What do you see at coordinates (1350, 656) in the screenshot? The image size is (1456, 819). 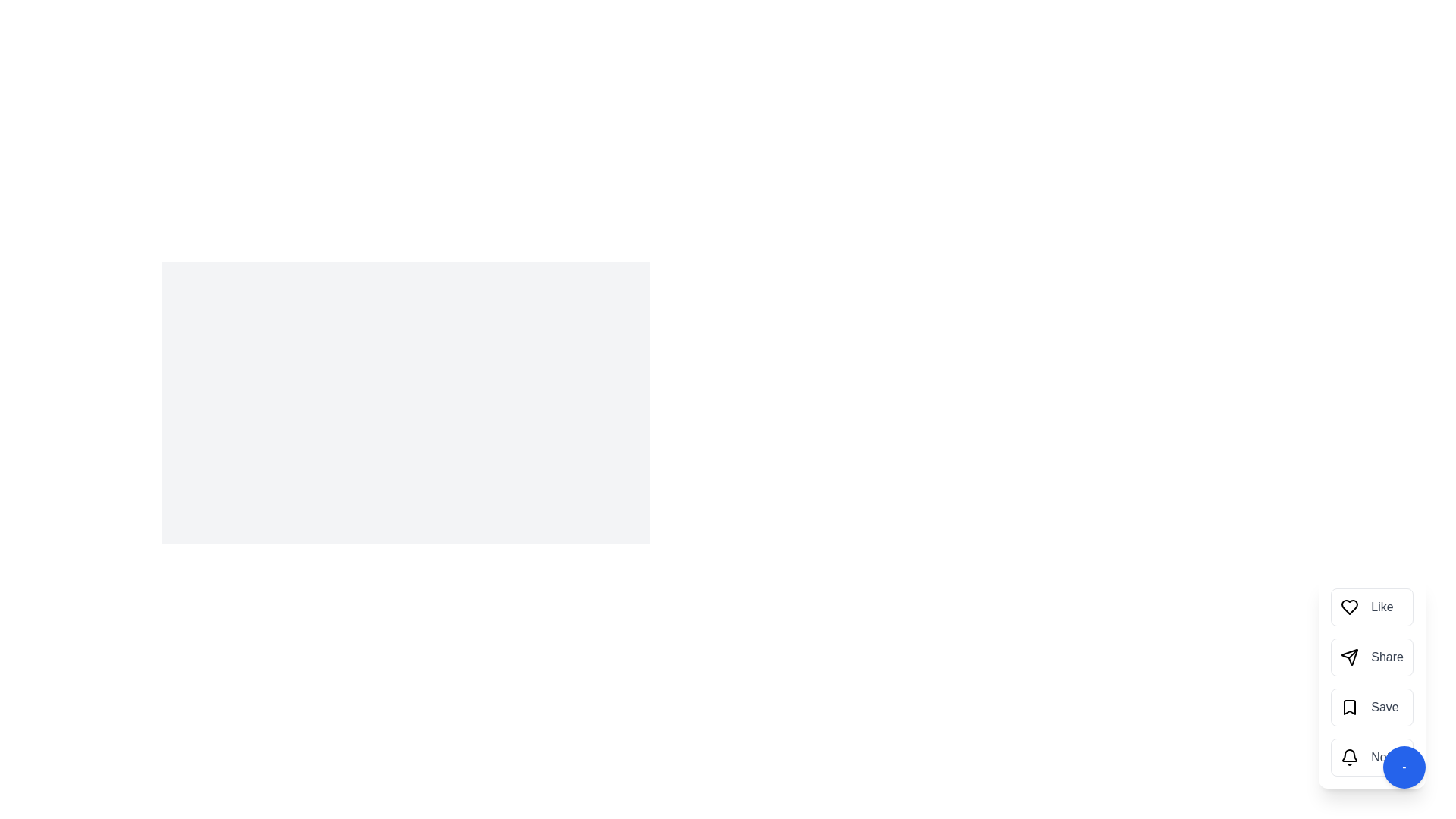 I see `the upper-left segment of the 'Share' button icon, which resembles a minimalistic arrow shape` at bounding box center [1350, 656].